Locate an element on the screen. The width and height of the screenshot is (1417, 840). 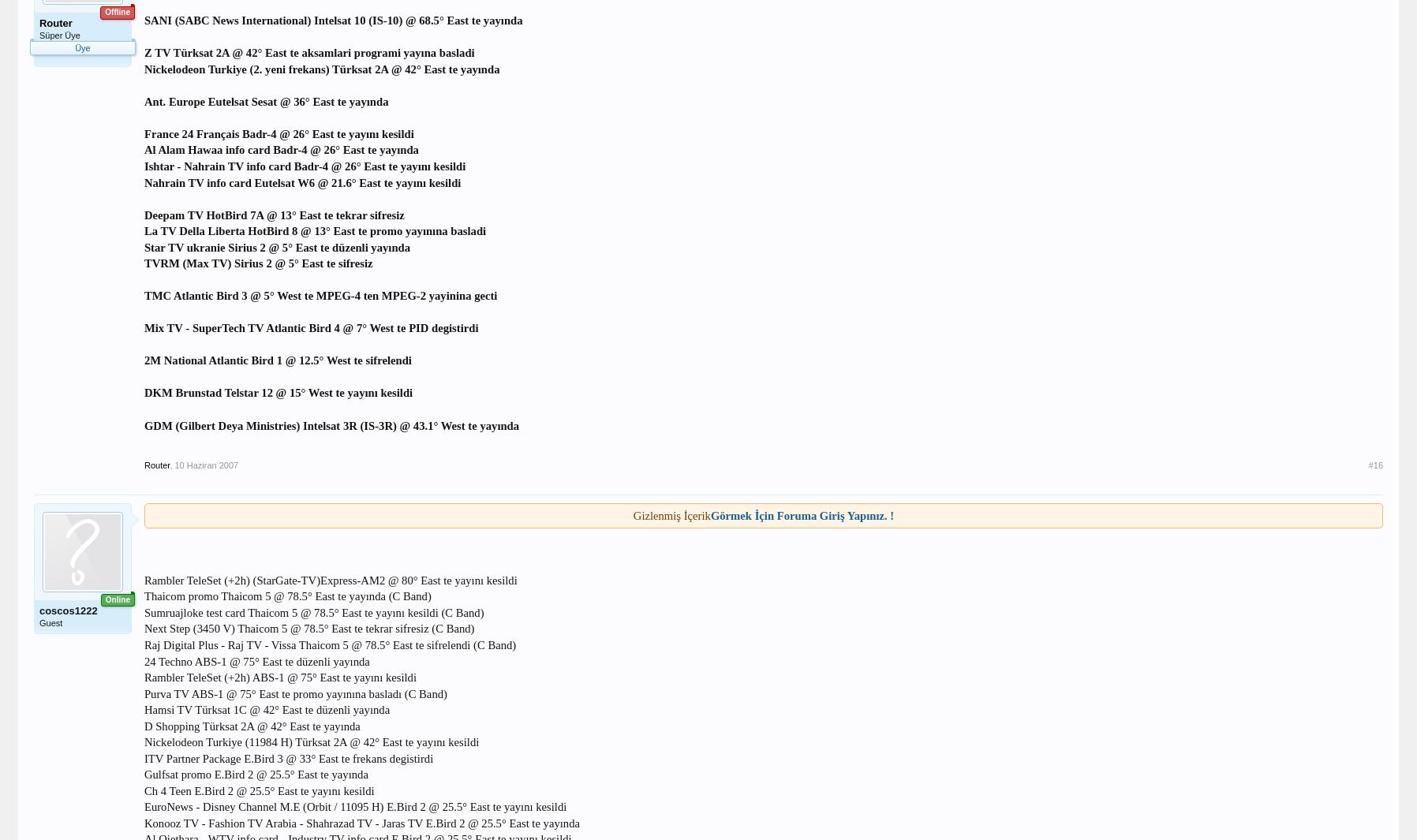
'Nickelodeon Turkiye (11984 H) Türksat 2A @ 42° East te yayını kesildi' is located at coordinates (311, 742).